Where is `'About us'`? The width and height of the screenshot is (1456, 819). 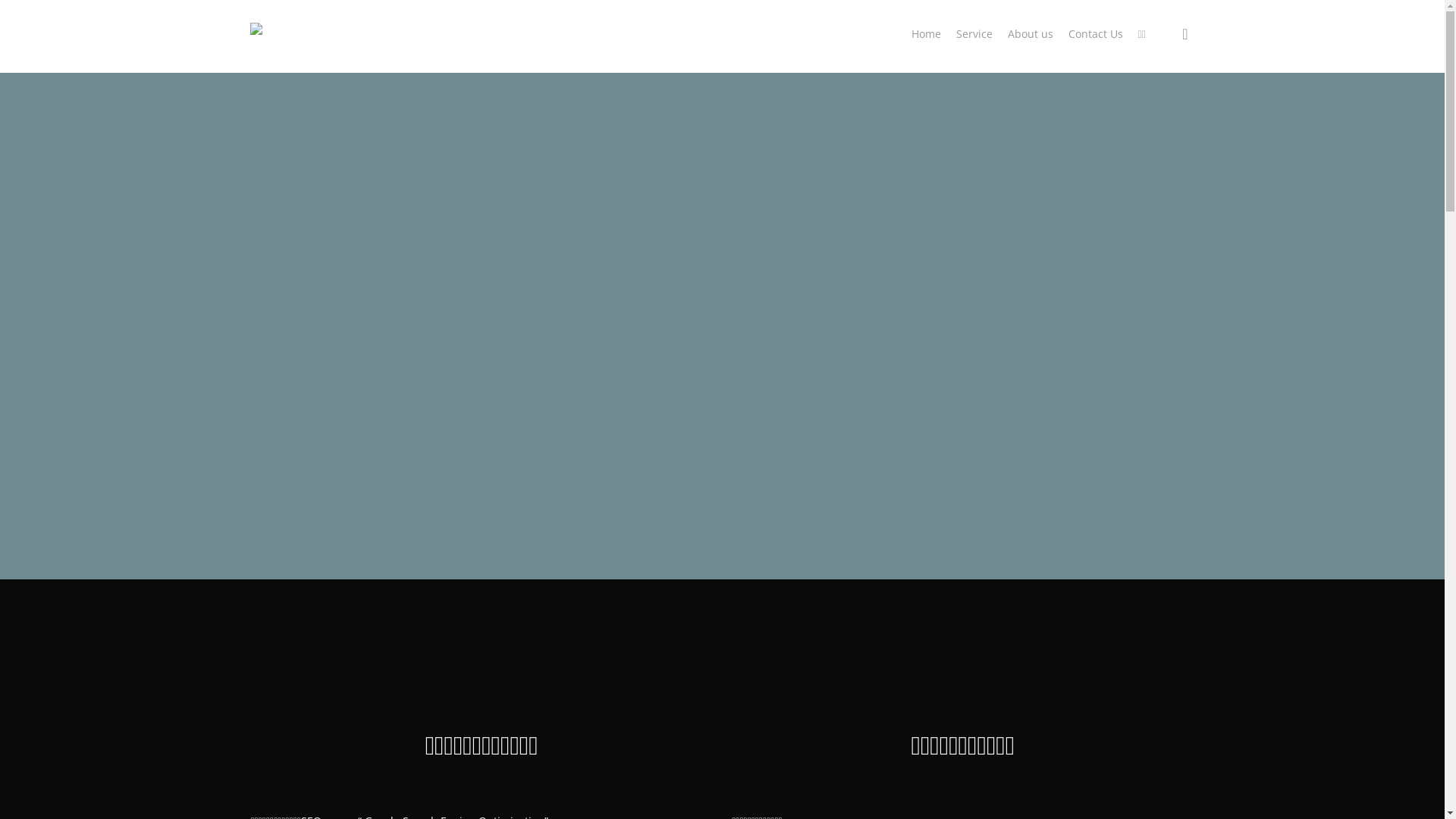
'About us' is located at coordinates (1030, 34).